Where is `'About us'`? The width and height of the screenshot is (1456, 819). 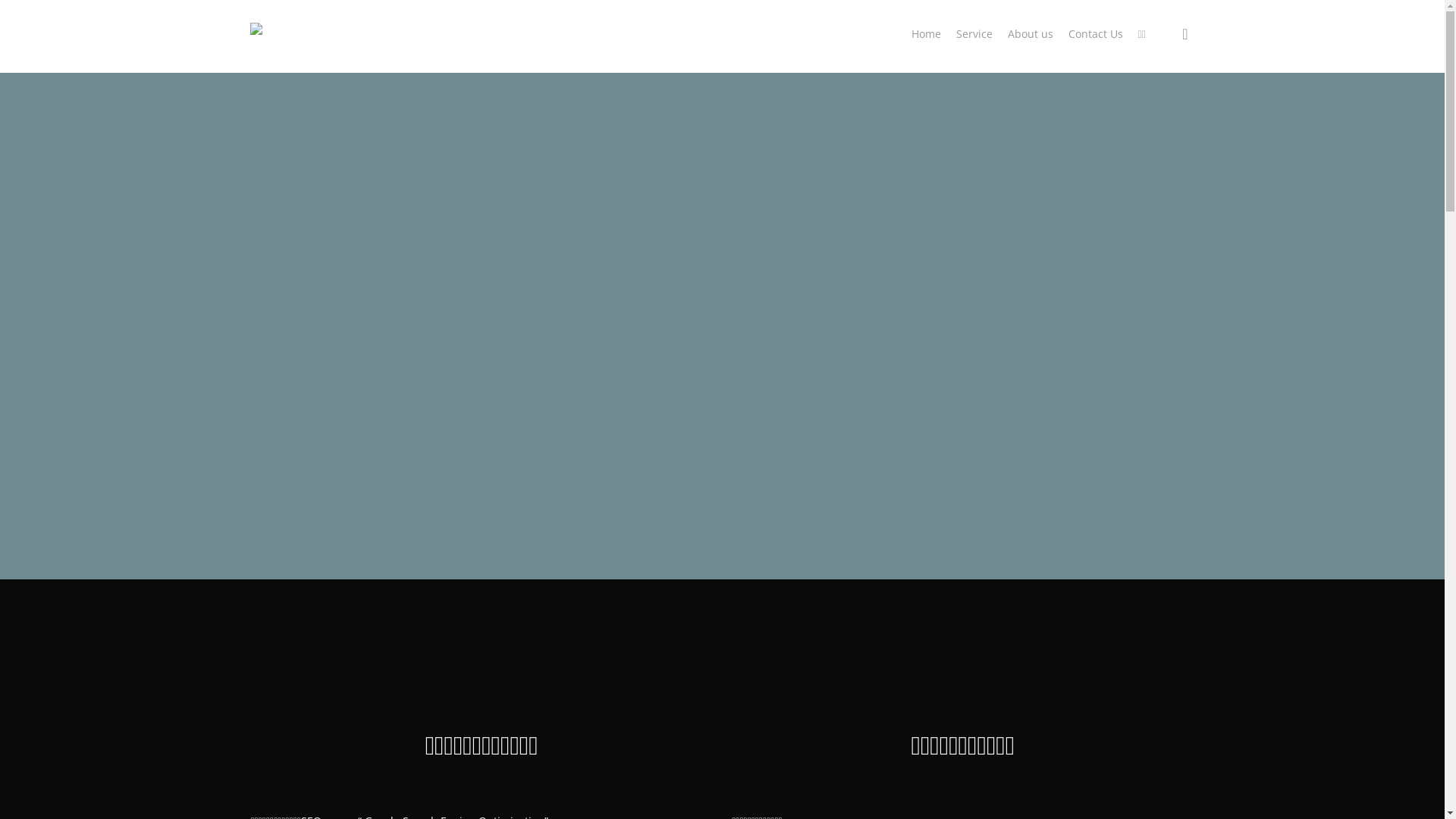
'About us' is located at coordinates (1030, 34).